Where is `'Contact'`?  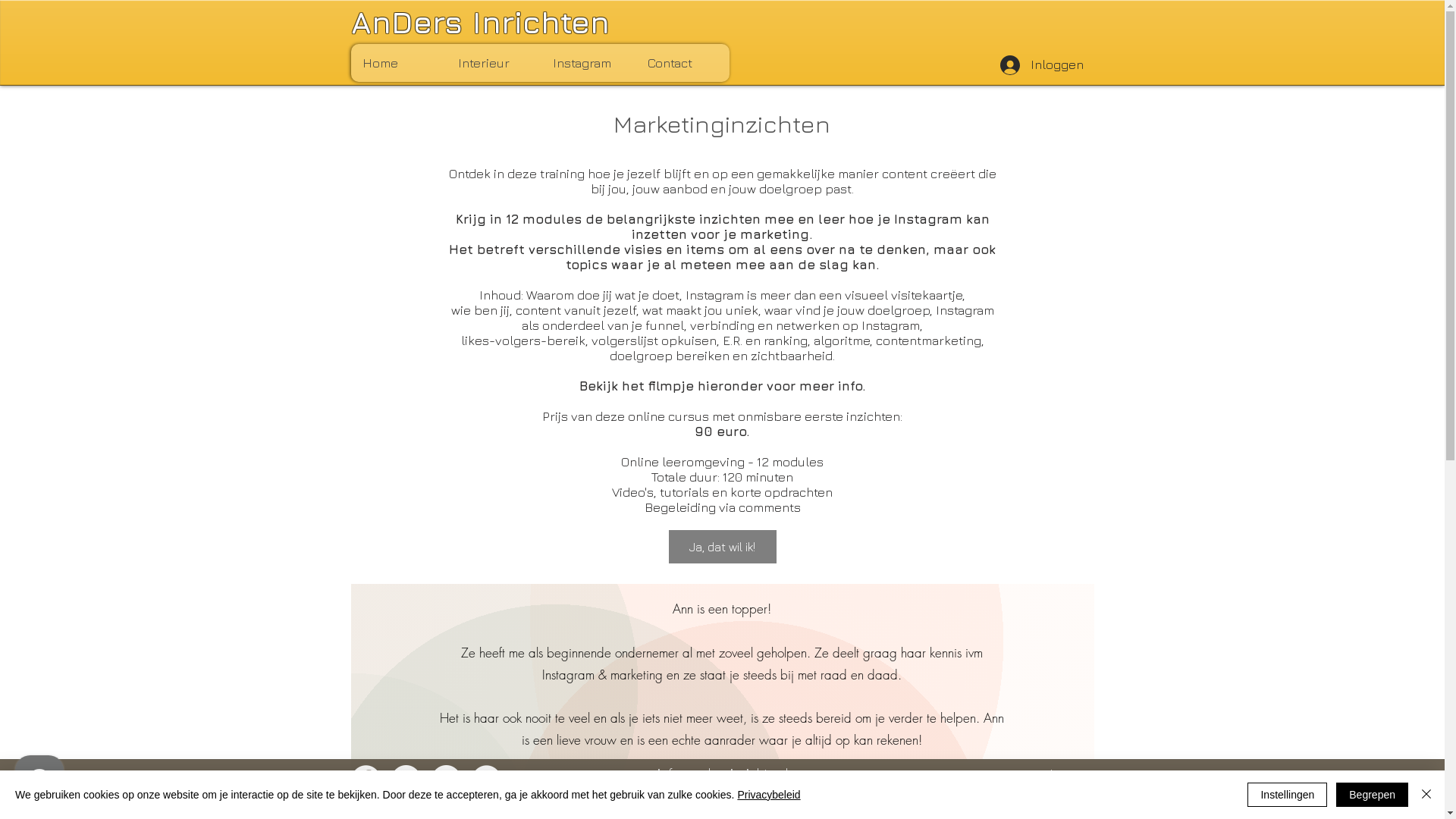
'Contact' is located at coordinates (682, 62).